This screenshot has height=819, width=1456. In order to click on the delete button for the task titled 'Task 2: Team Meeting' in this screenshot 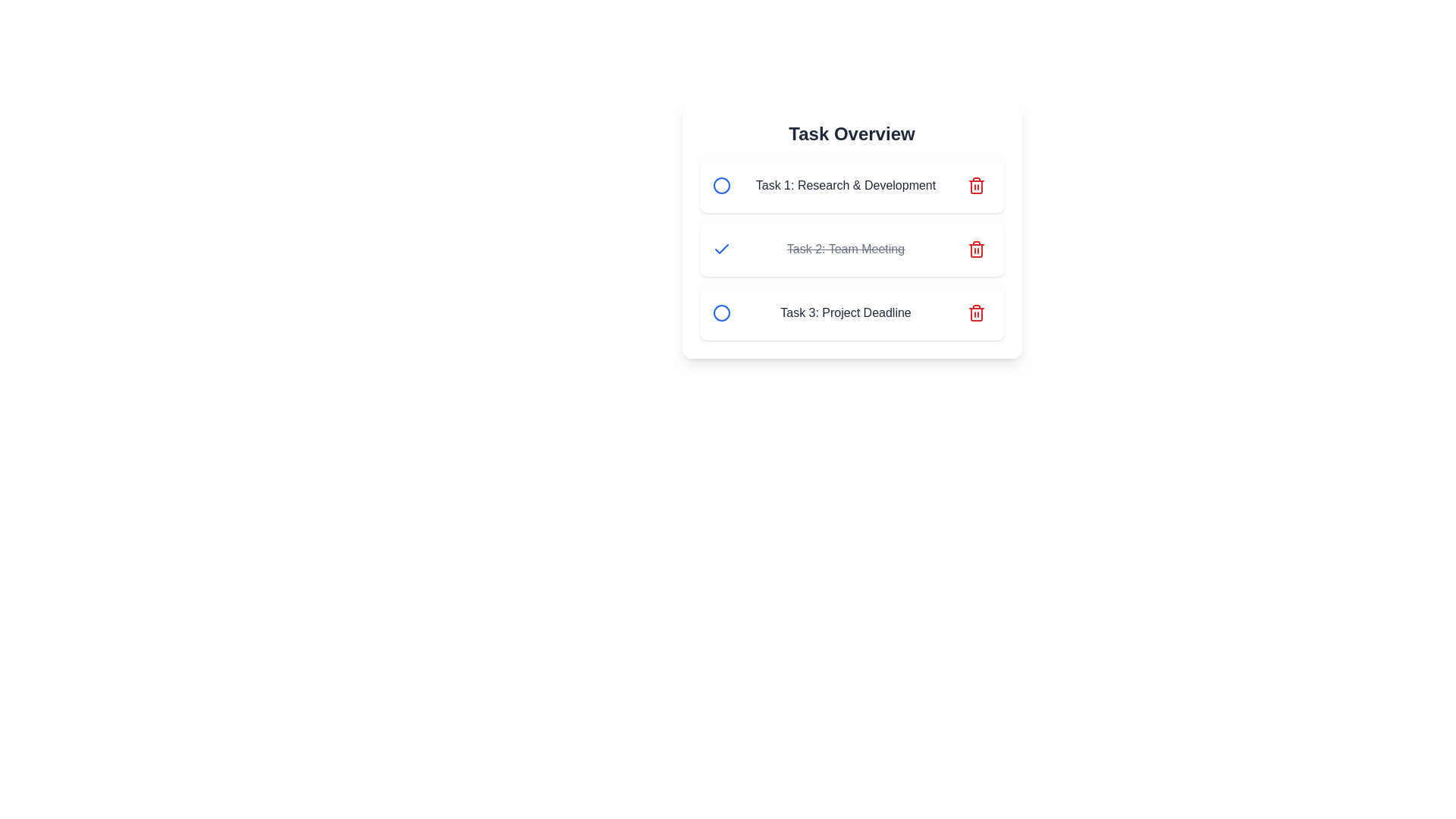, I will do `click(976, 248)`.